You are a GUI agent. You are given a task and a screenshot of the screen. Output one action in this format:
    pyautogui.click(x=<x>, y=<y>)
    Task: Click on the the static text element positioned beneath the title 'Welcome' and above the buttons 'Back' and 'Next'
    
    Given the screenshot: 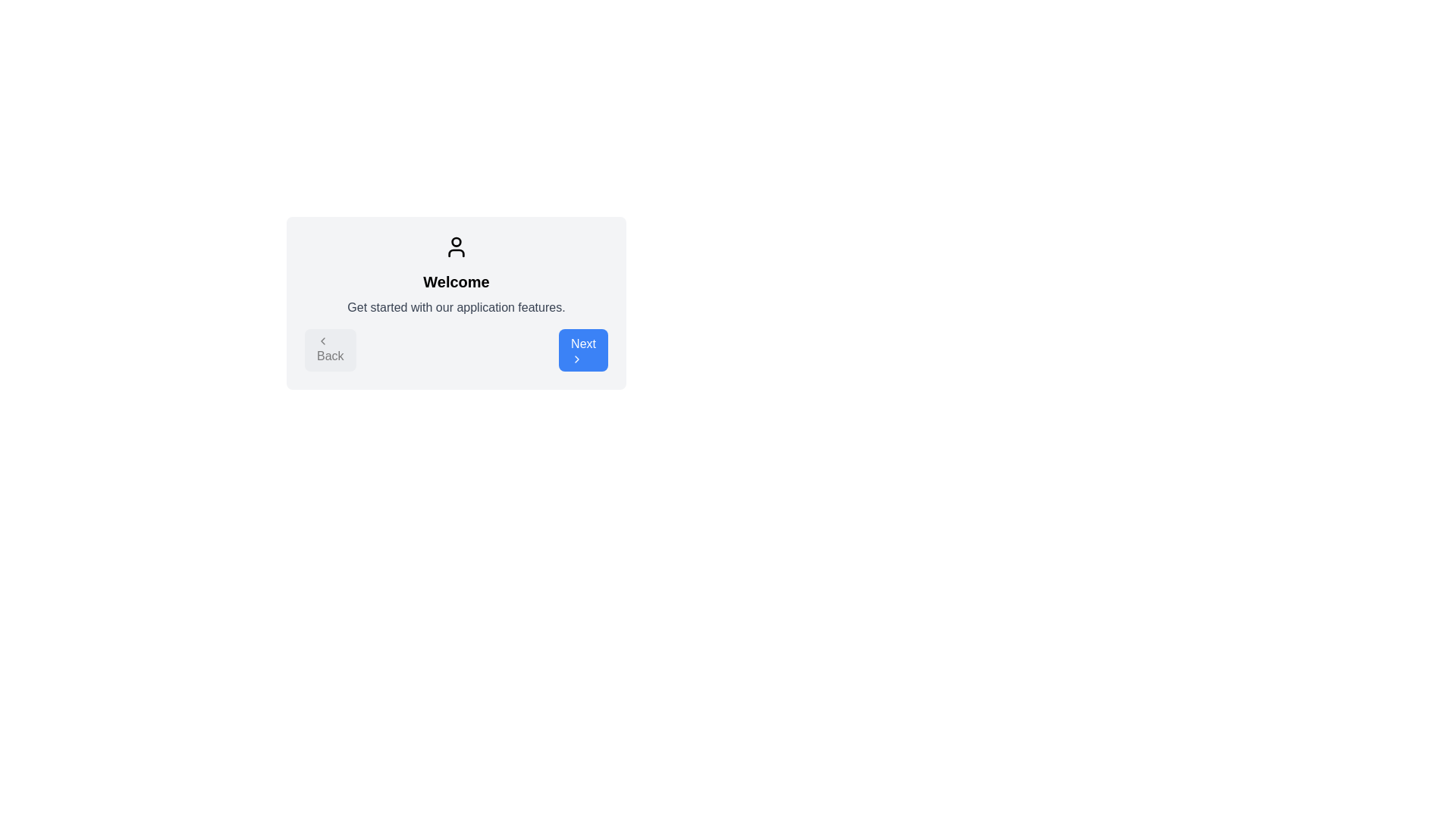 What is the action you would take?
    pyautogui.click(x=455, y=307)
    